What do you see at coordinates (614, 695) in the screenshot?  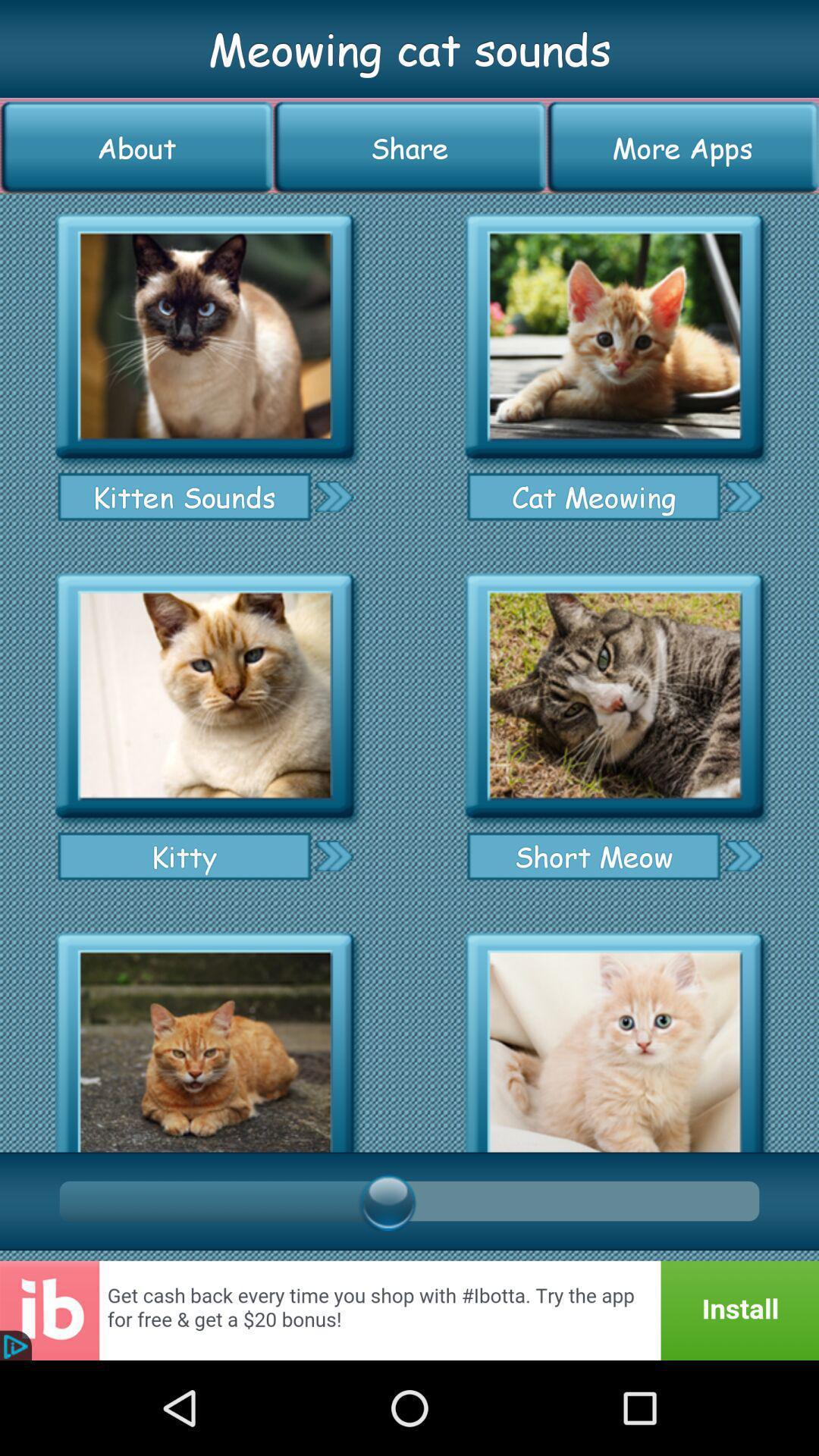 I see `expand photo` at bounding box center [614, 695].